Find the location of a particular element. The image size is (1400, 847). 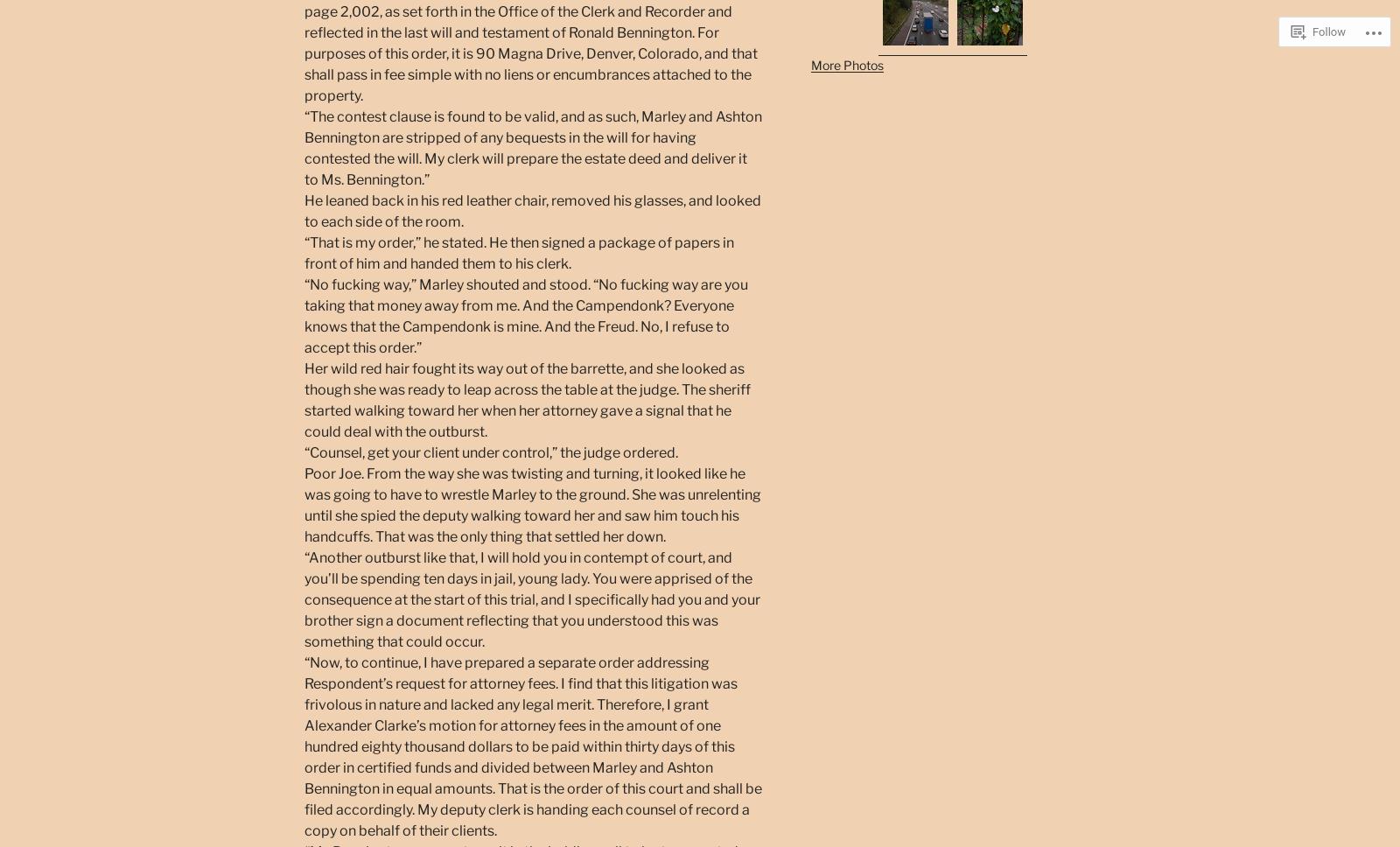

'“Counsel, get your client under control,” the judge ordered.' is located at coordinates (304, 451).